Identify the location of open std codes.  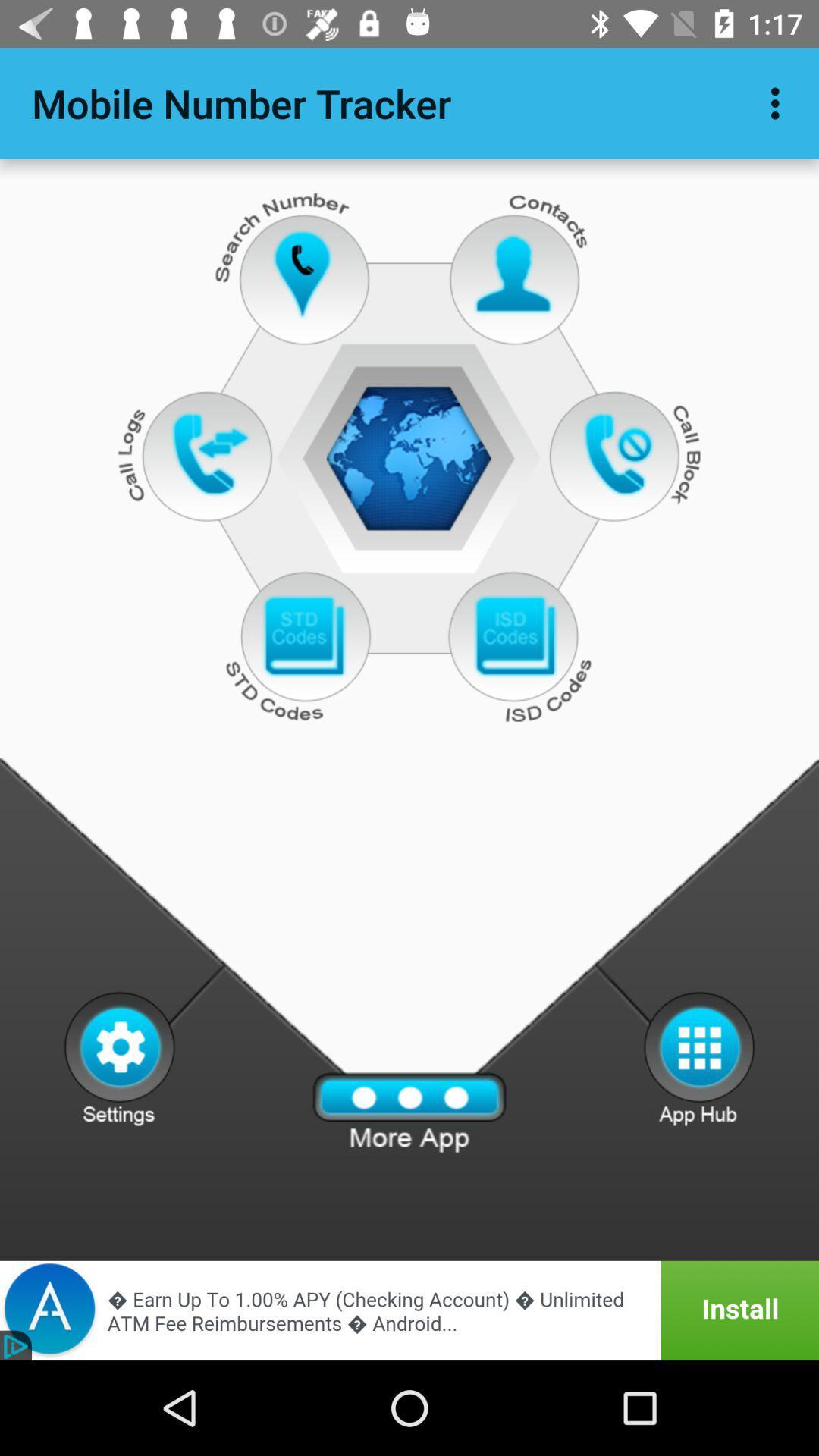
(303, 637).